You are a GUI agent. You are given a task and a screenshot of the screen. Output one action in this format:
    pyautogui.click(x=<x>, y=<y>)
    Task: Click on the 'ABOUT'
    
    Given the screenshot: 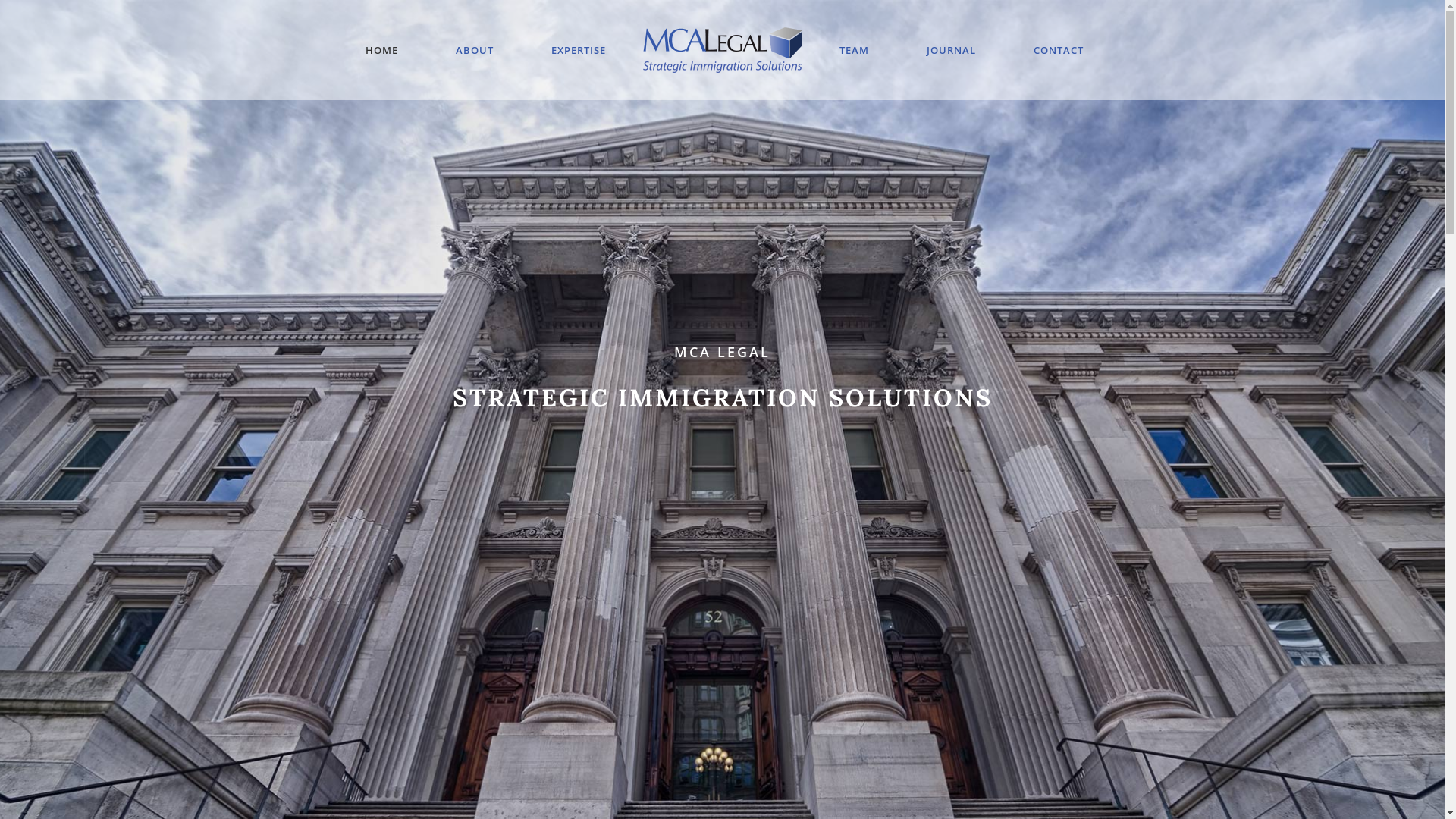 What is the action you would take?
    pyautogui.click(x=472, y=49)
    